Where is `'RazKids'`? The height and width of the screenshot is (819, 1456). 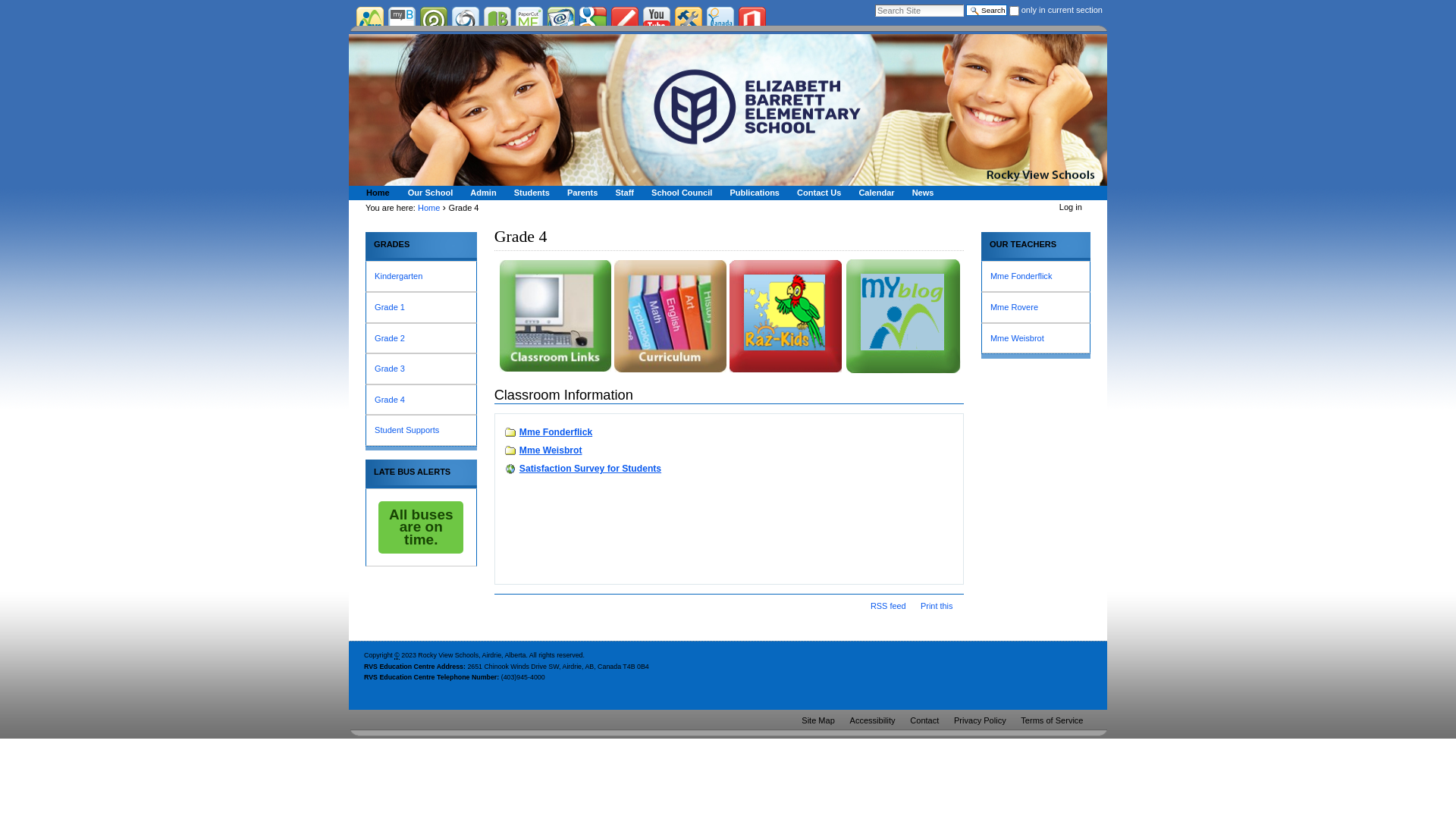
'RazKids' is located at coordinates (786, 315).